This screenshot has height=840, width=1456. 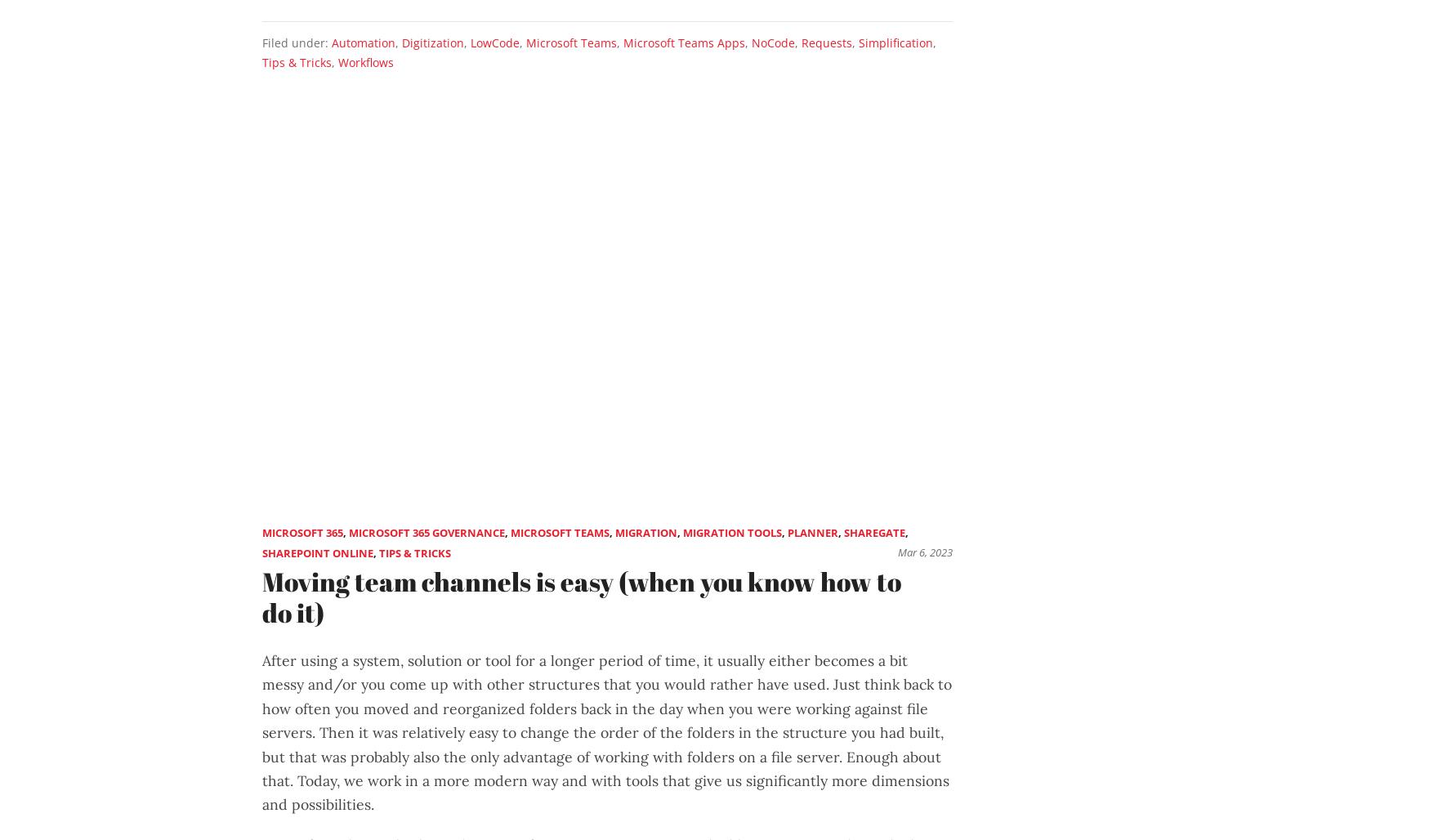 What do you see at coordinates (318, 552) in the screenshot?
I see `'SharePoint Online'` at bounding box center [318, 552].